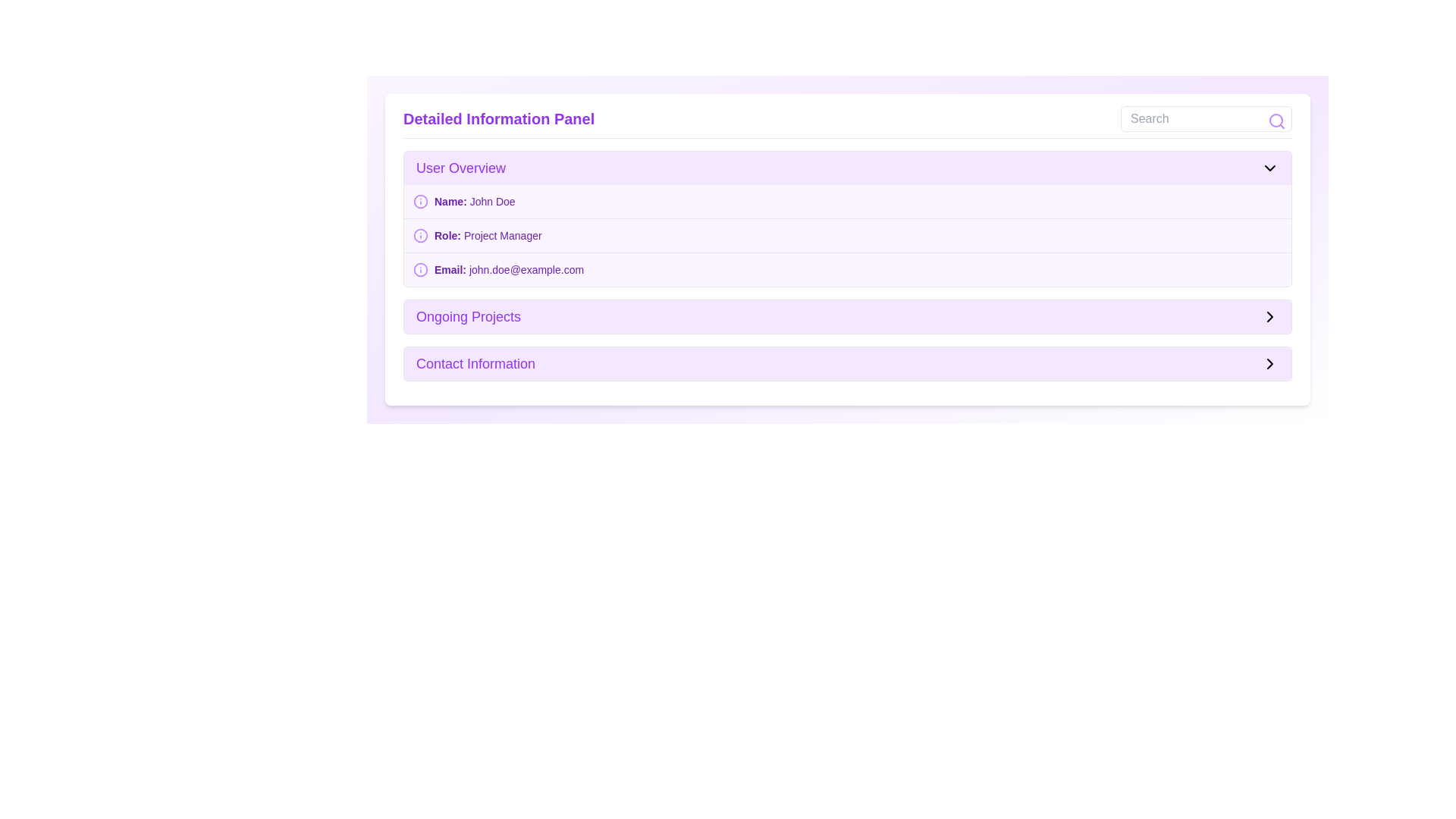  I want to click on the 'Ongoing Projects' text label, which is styled in a large bold purple font and is located in the Detailed Information Panel section of the card layout, so click(468, 315).